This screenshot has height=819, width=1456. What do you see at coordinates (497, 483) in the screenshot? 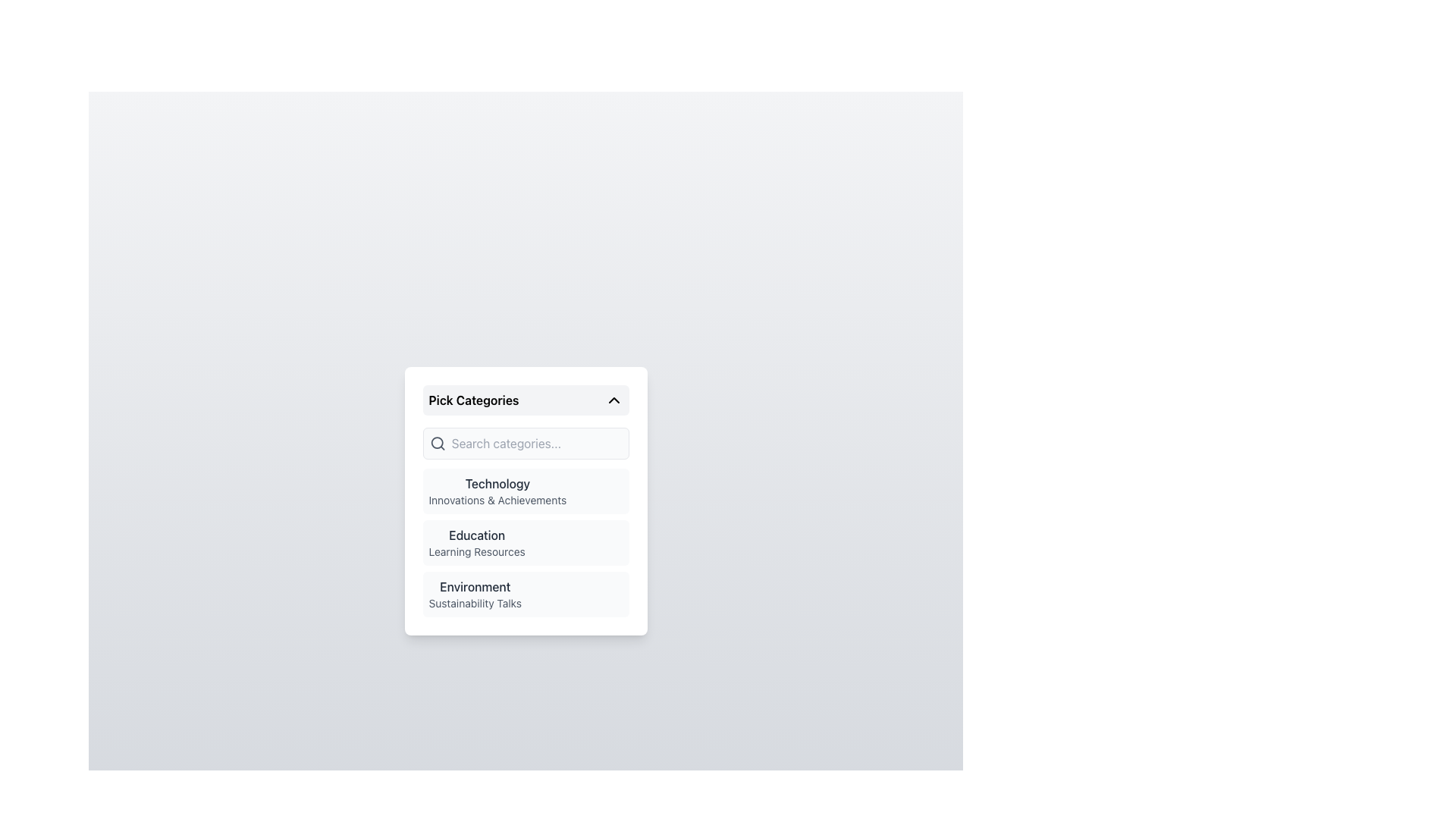
I see `the 'Technology' text label in the dropdown menu` at bounding box center [497, 483].